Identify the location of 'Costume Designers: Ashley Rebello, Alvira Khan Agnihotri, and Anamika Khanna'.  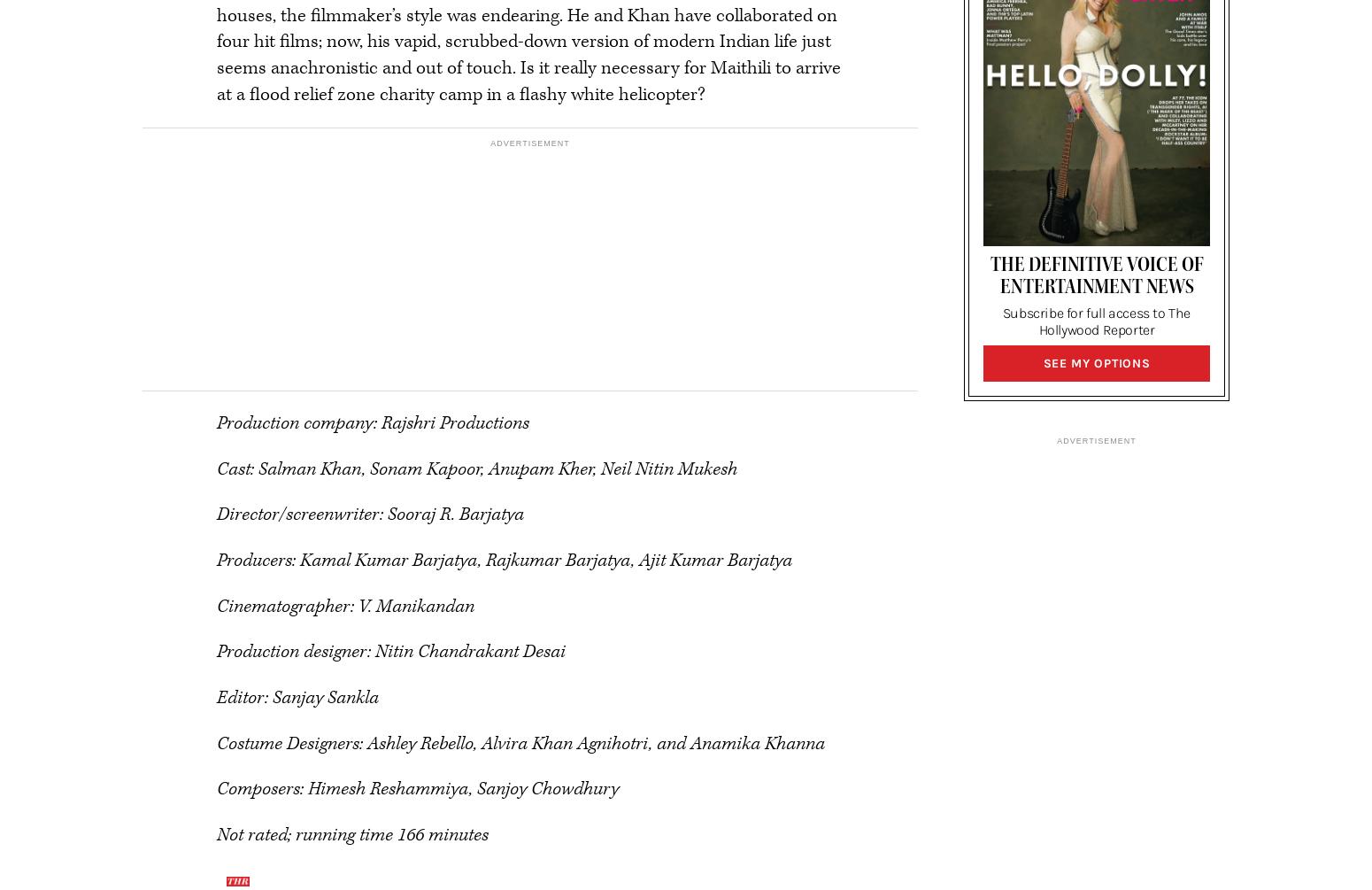
(520, 742).